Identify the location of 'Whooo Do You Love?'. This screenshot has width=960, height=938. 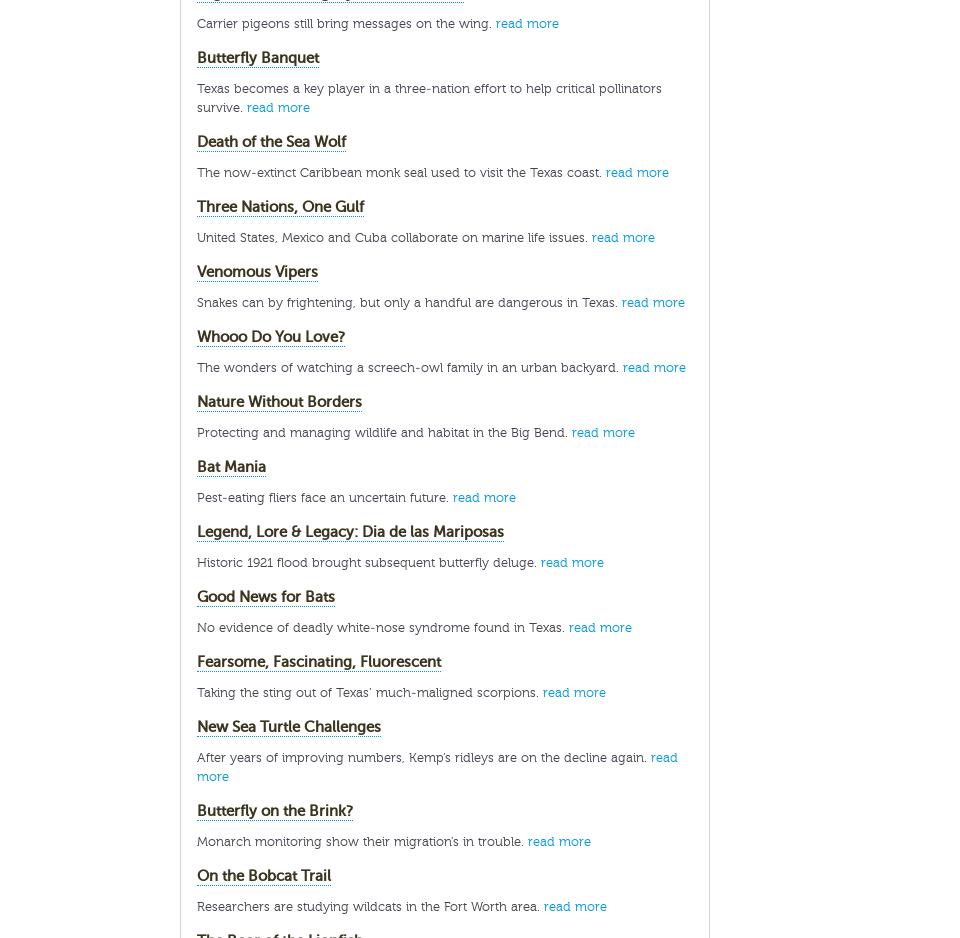
(270, 337).